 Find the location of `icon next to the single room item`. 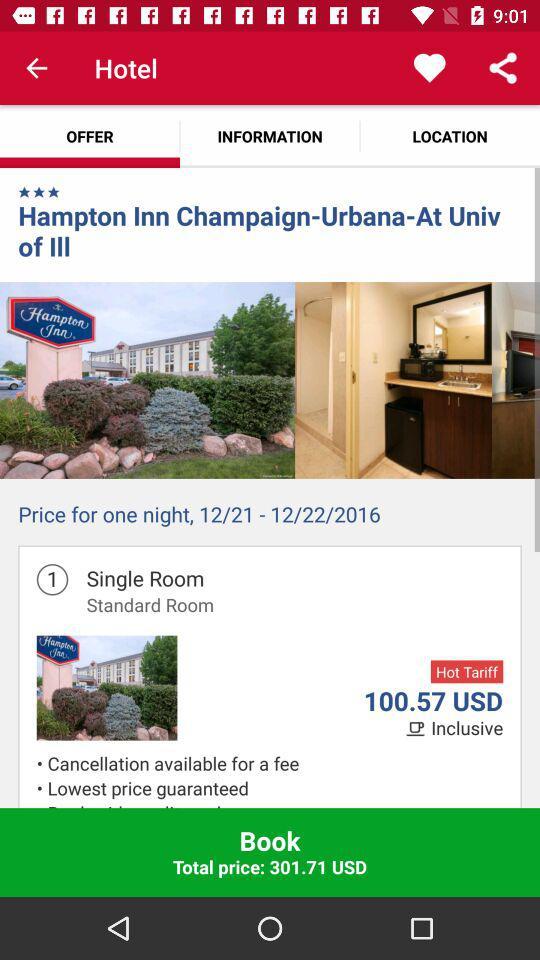

icon next to the single room item is located at coordinates (52, 579).